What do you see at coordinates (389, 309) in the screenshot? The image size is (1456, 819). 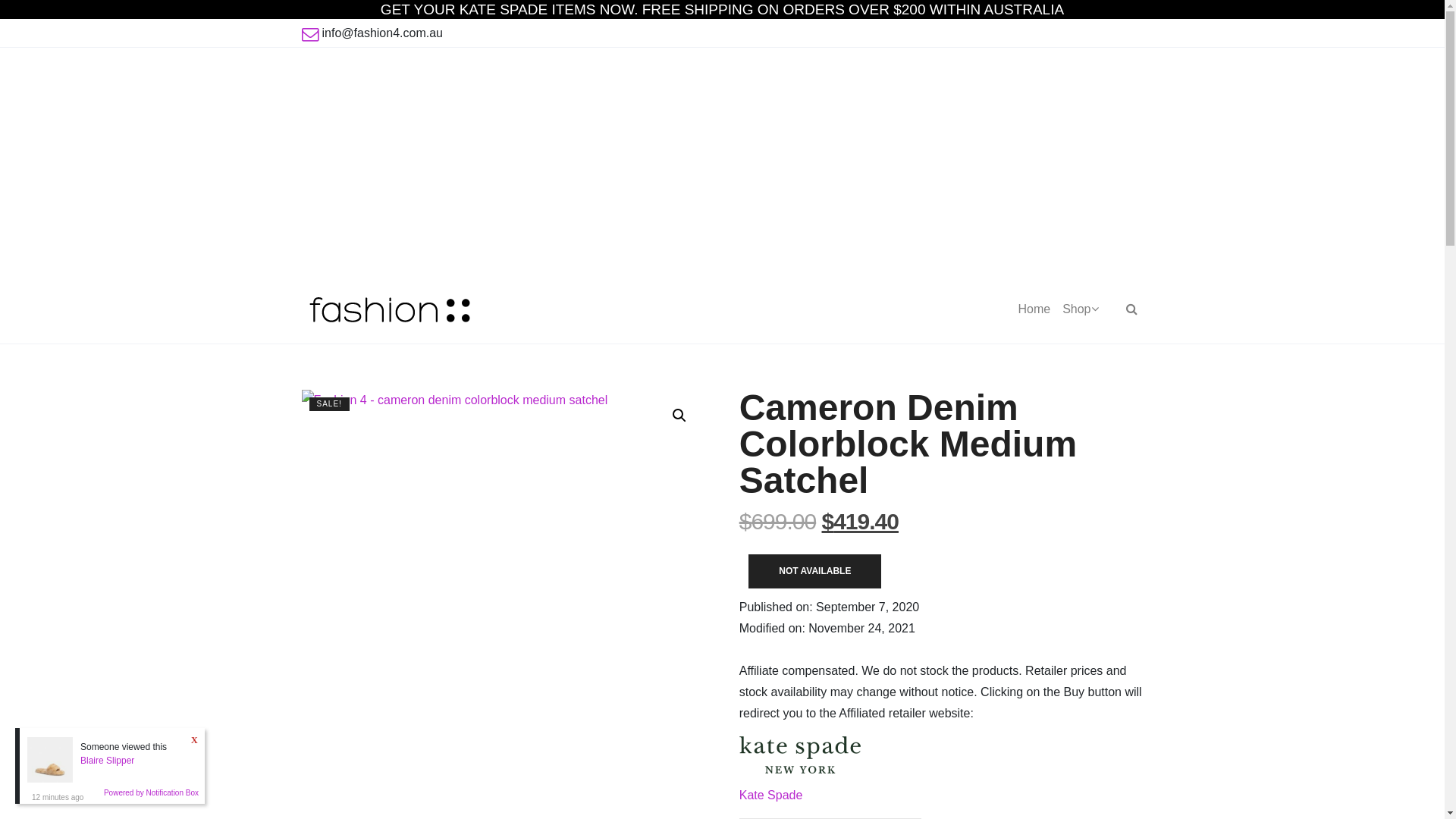 I see `'Fashion 4'` at bounding box center [389, 309].